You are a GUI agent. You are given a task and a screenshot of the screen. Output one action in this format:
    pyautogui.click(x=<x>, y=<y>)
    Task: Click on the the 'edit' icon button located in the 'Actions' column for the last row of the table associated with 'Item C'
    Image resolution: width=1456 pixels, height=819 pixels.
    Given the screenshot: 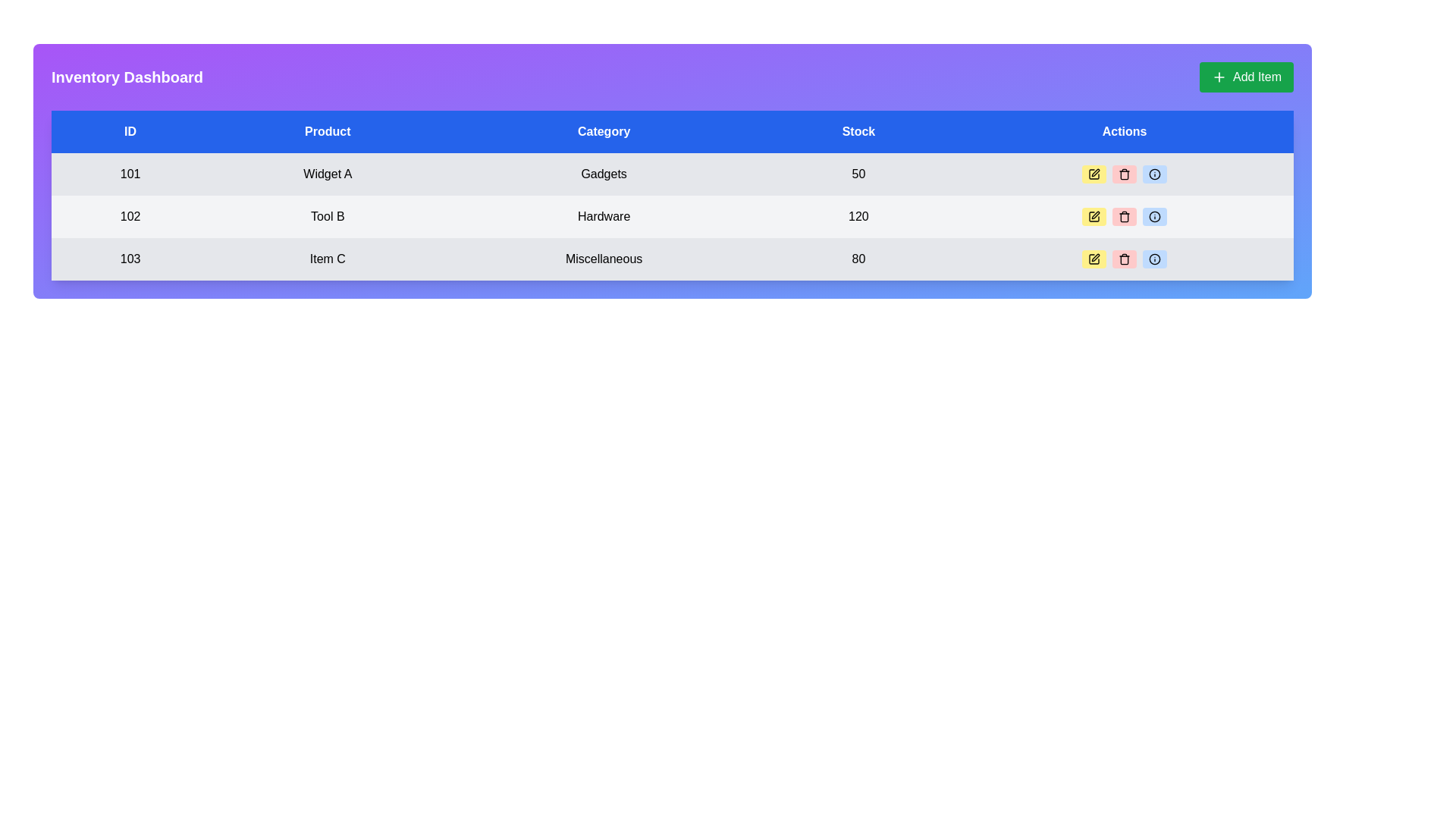 What is the action you would take?
    pyautogui.click(x=1095, y=256)
    